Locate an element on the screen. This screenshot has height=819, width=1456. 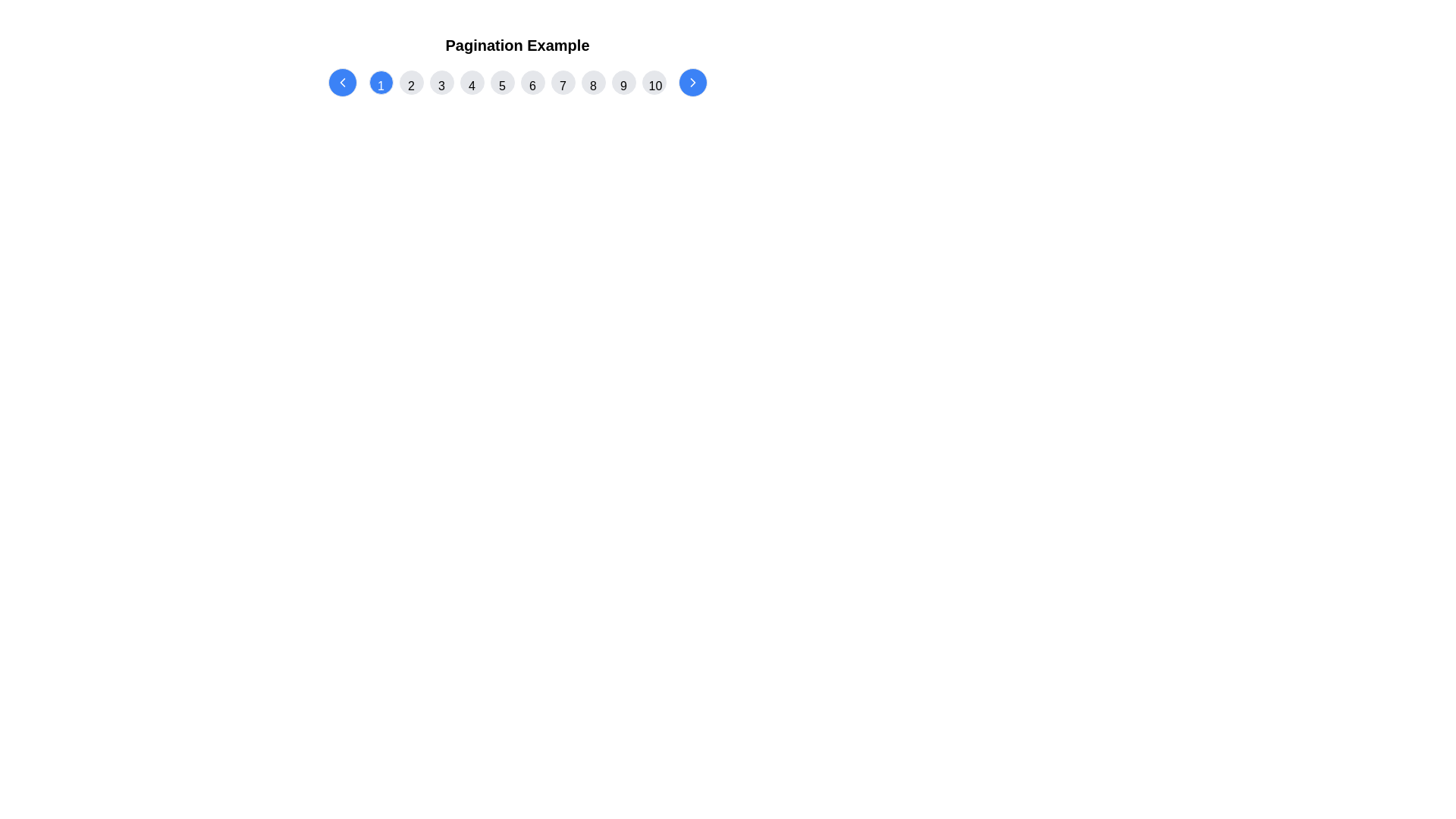
the circular blue button displaying '1' is located at coordinates (381, 82).